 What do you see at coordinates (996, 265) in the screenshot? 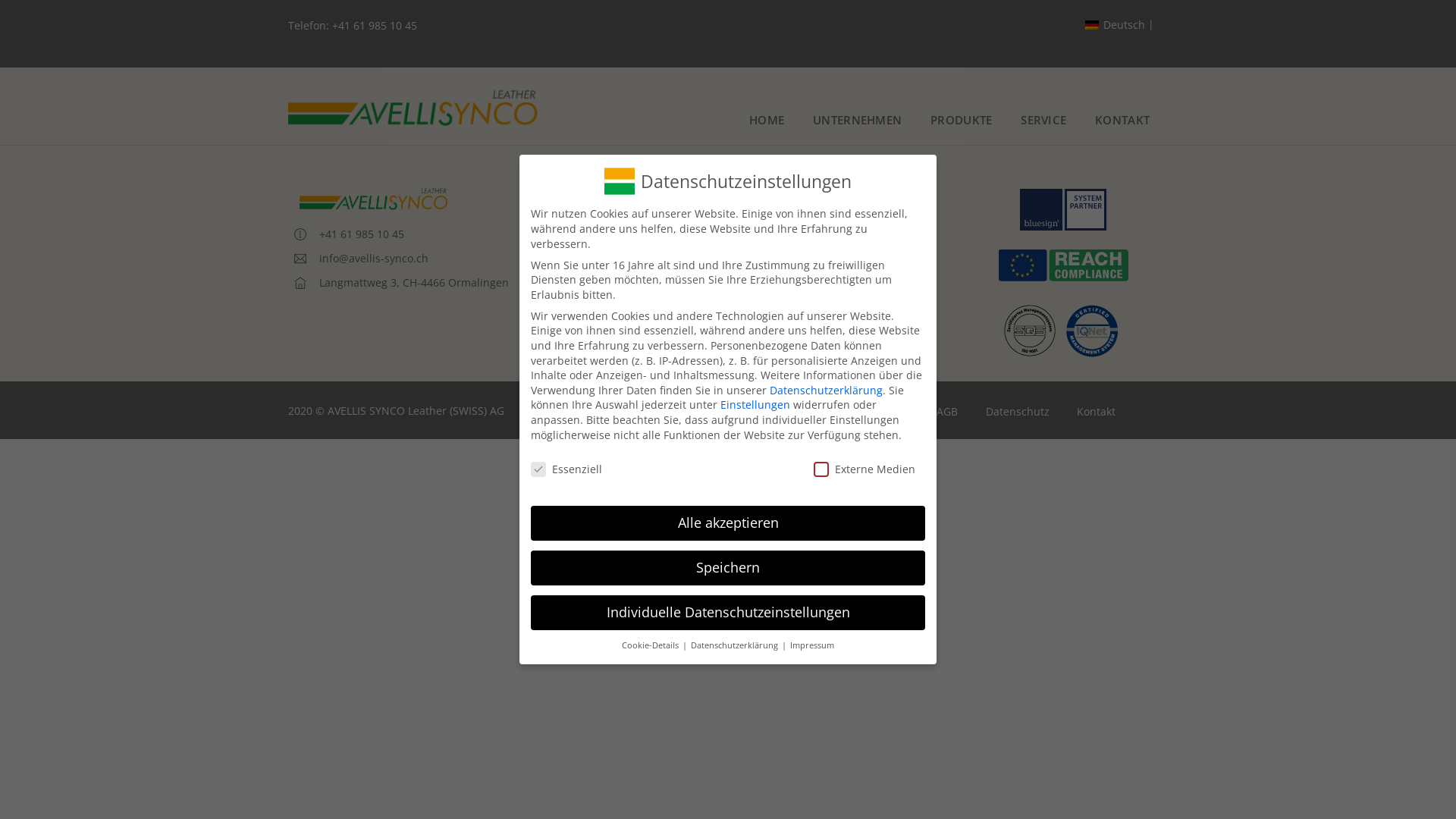
I see `'reach compliance'` at bounding box center [996, 265].